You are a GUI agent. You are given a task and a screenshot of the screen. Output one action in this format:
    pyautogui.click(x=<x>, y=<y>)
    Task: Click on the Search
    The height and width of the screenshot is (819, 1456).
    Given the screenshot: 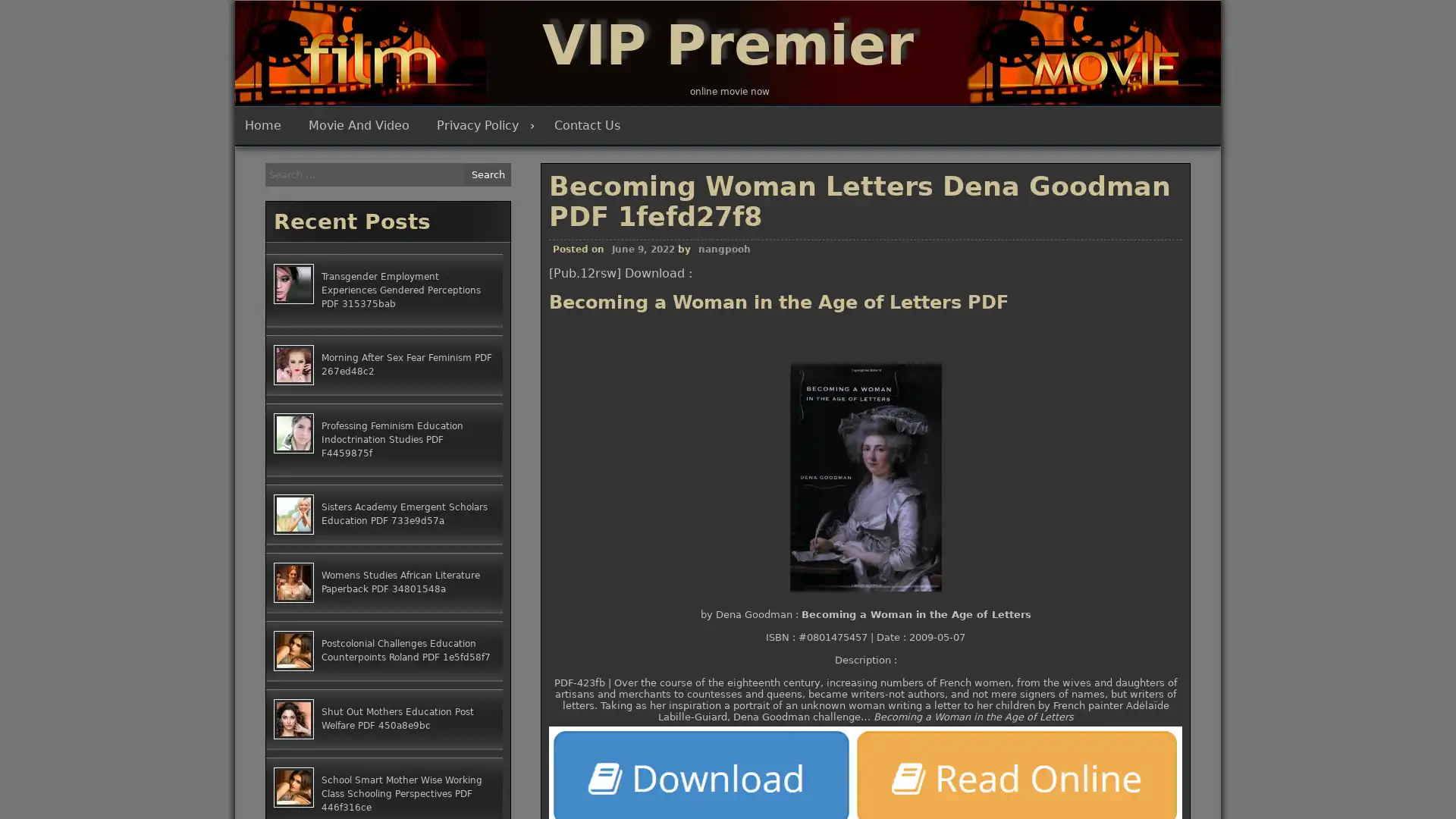 What is the action you would take?
    pyautogui.click(x=488, y=174)
    